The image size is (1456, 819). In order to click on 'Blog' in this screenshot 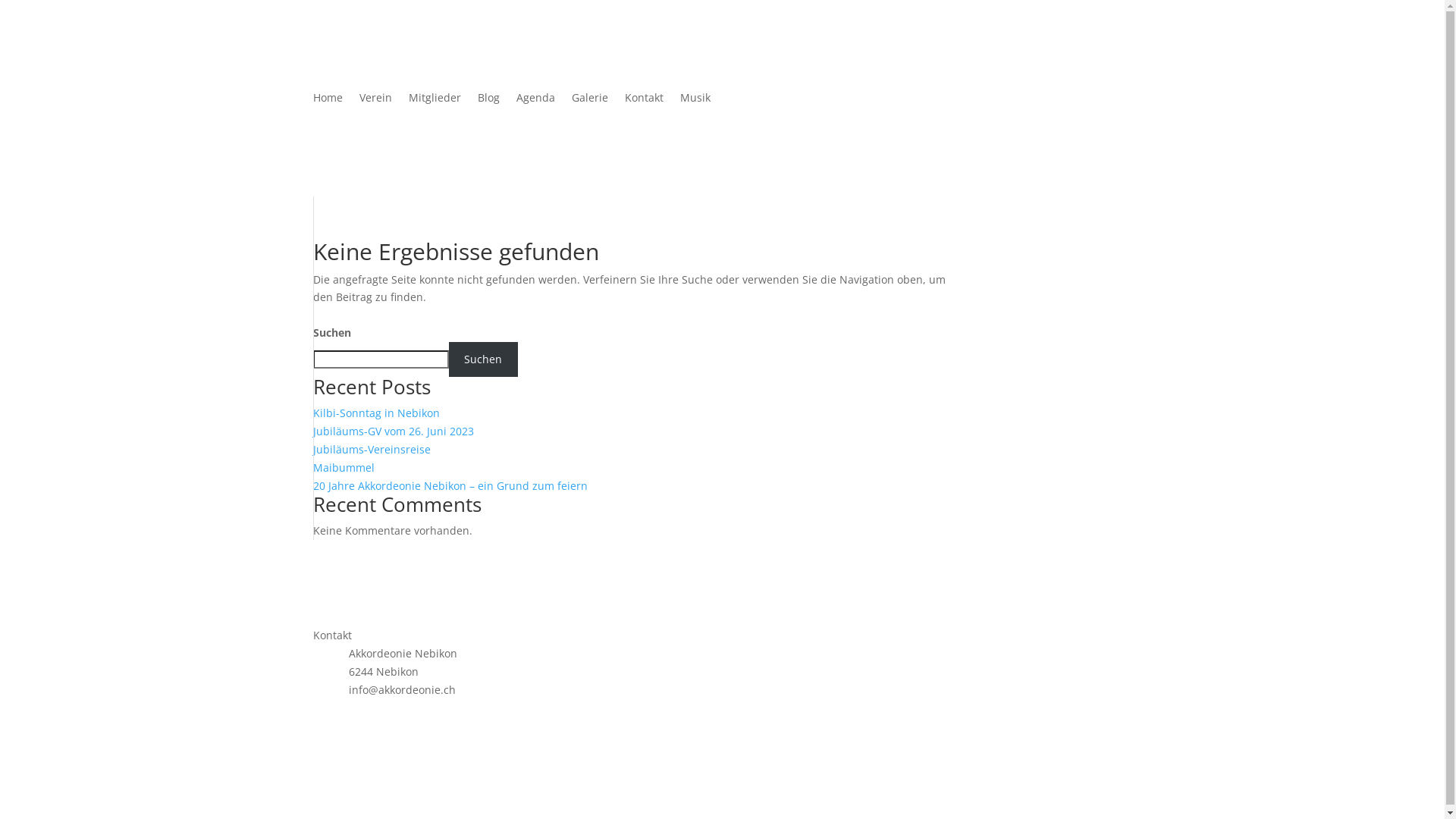, I will do `click(488, 100)`.